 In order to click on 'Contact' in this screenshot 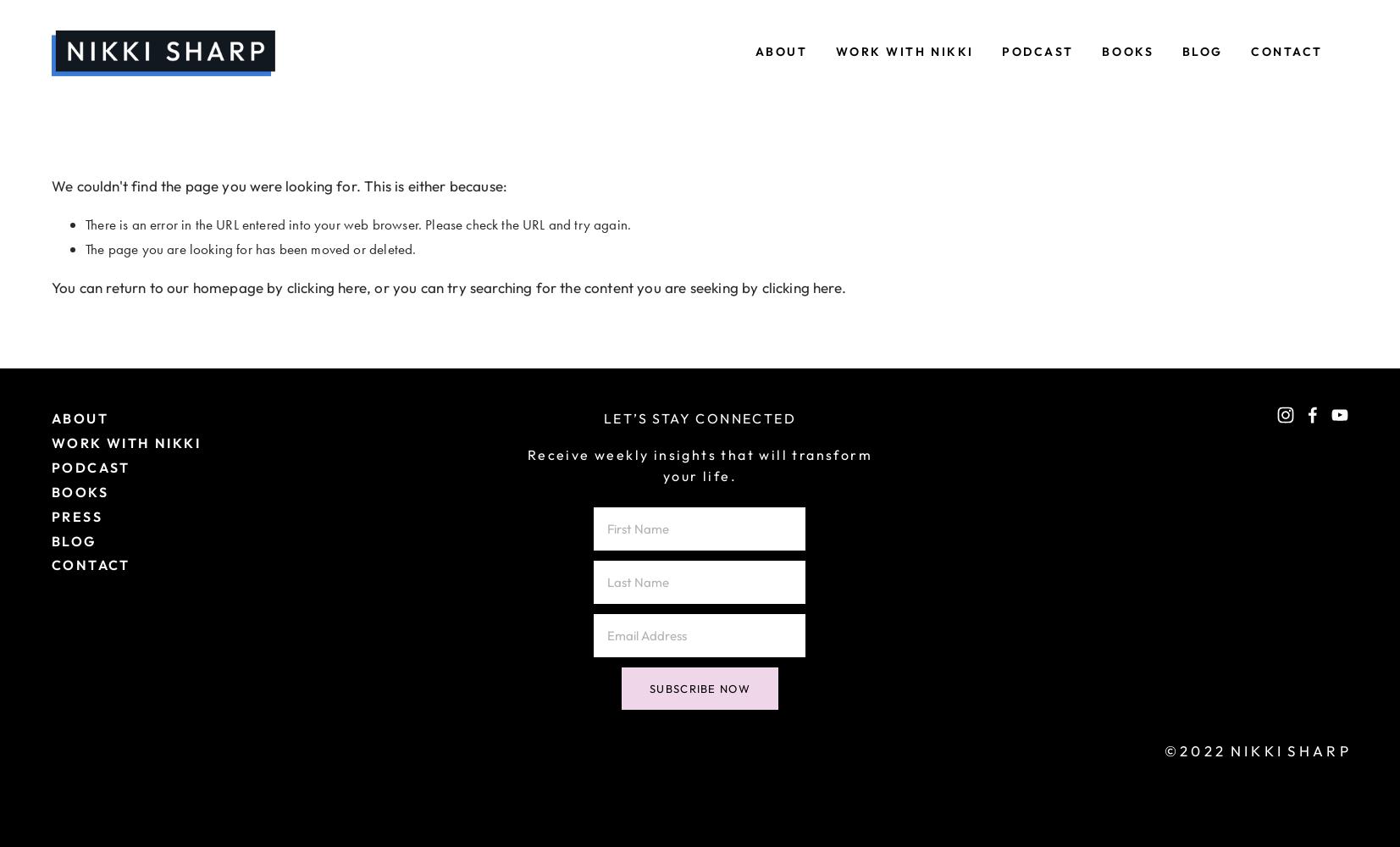, I will do `click(1287, 51)`.